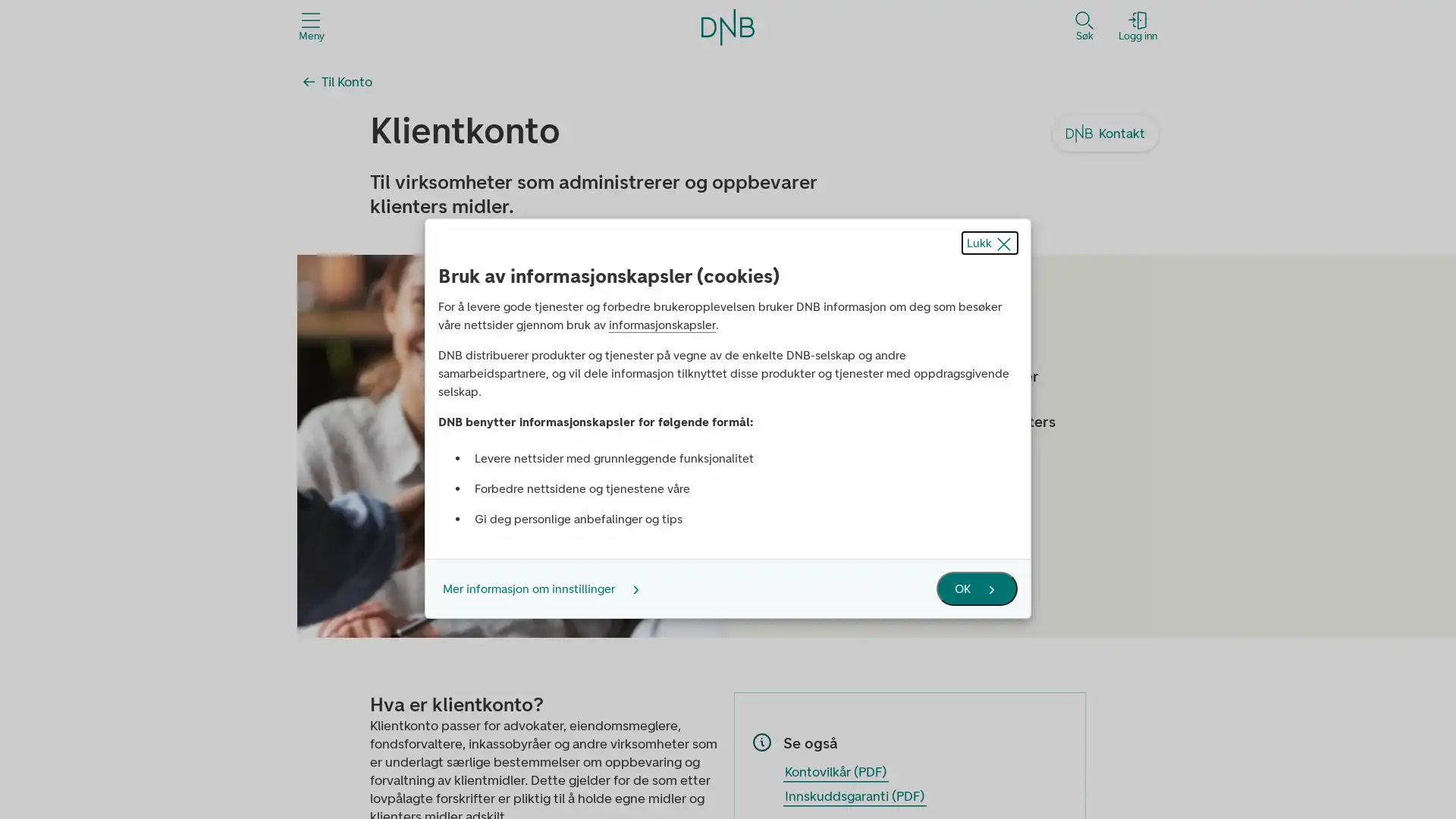 The image size is (1456, 819). Describe the element at coordinates (535, 587) in the screenshot. I see `Mer informasjon om innstillinger` at that location.